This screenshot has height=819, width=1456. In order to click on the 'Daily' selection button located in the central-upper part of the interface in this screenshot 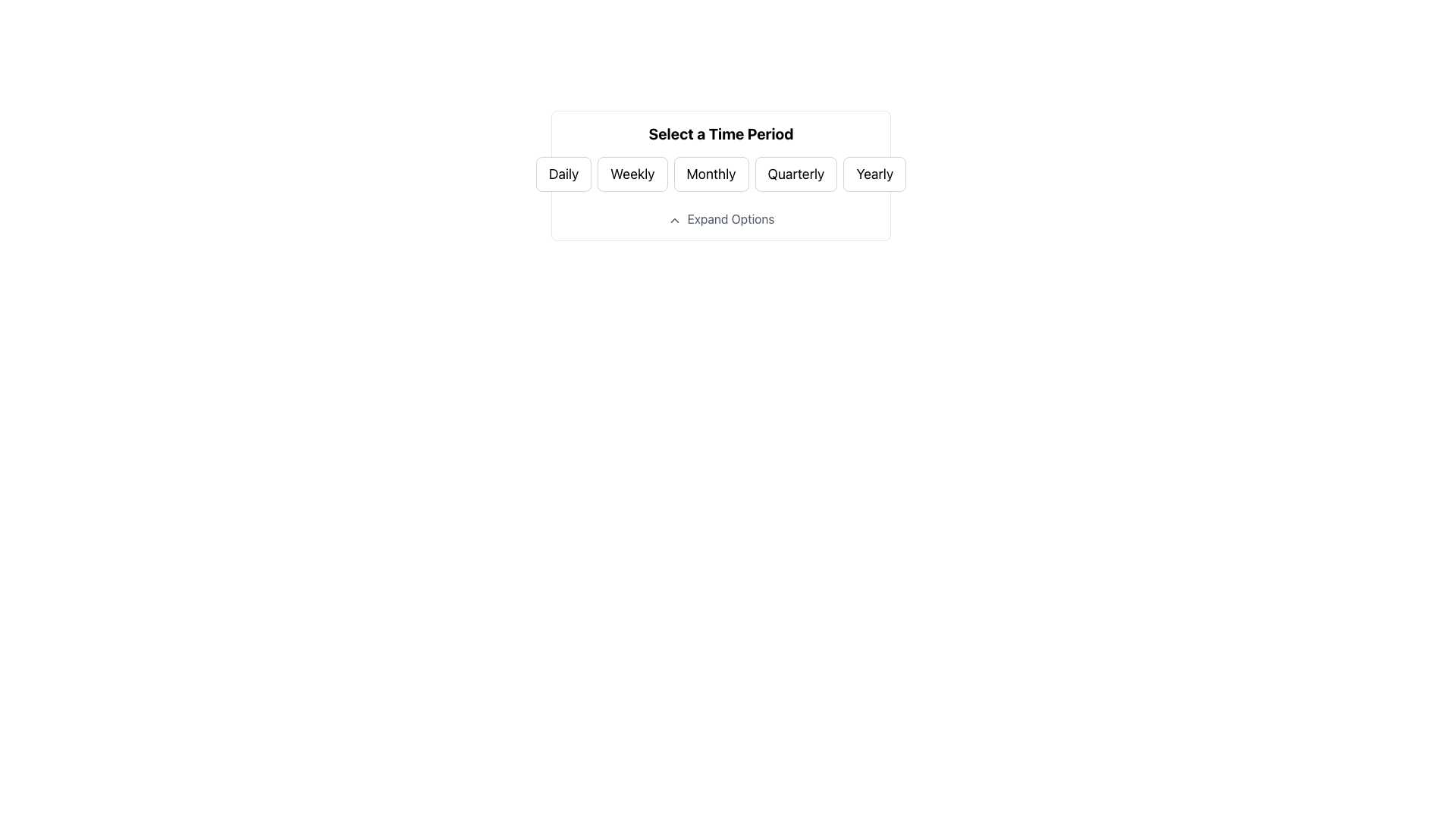, I will do `click(563, 174)`.